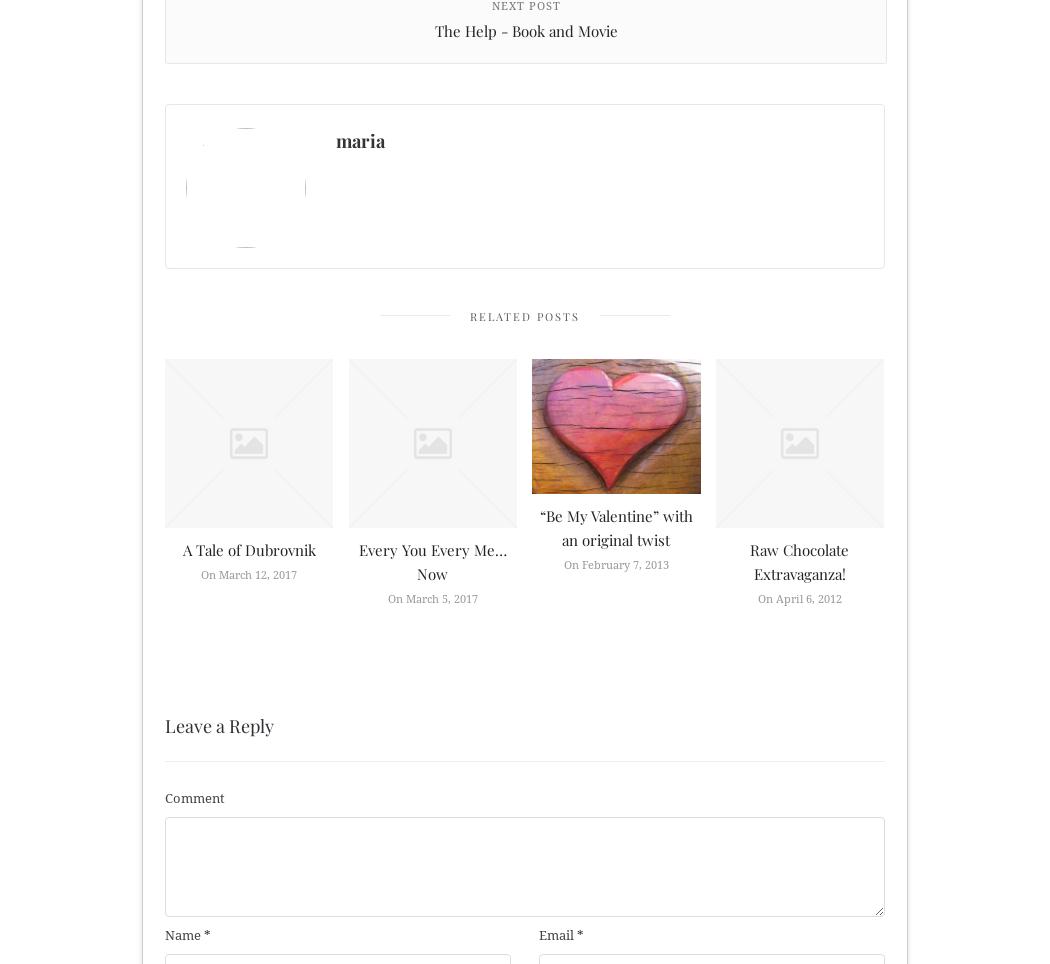 This screenshot has width=1050, height=964. Describe the element at coordinates (218, 724) in the screenshot. I see `'Leave a Reply'` at that location.